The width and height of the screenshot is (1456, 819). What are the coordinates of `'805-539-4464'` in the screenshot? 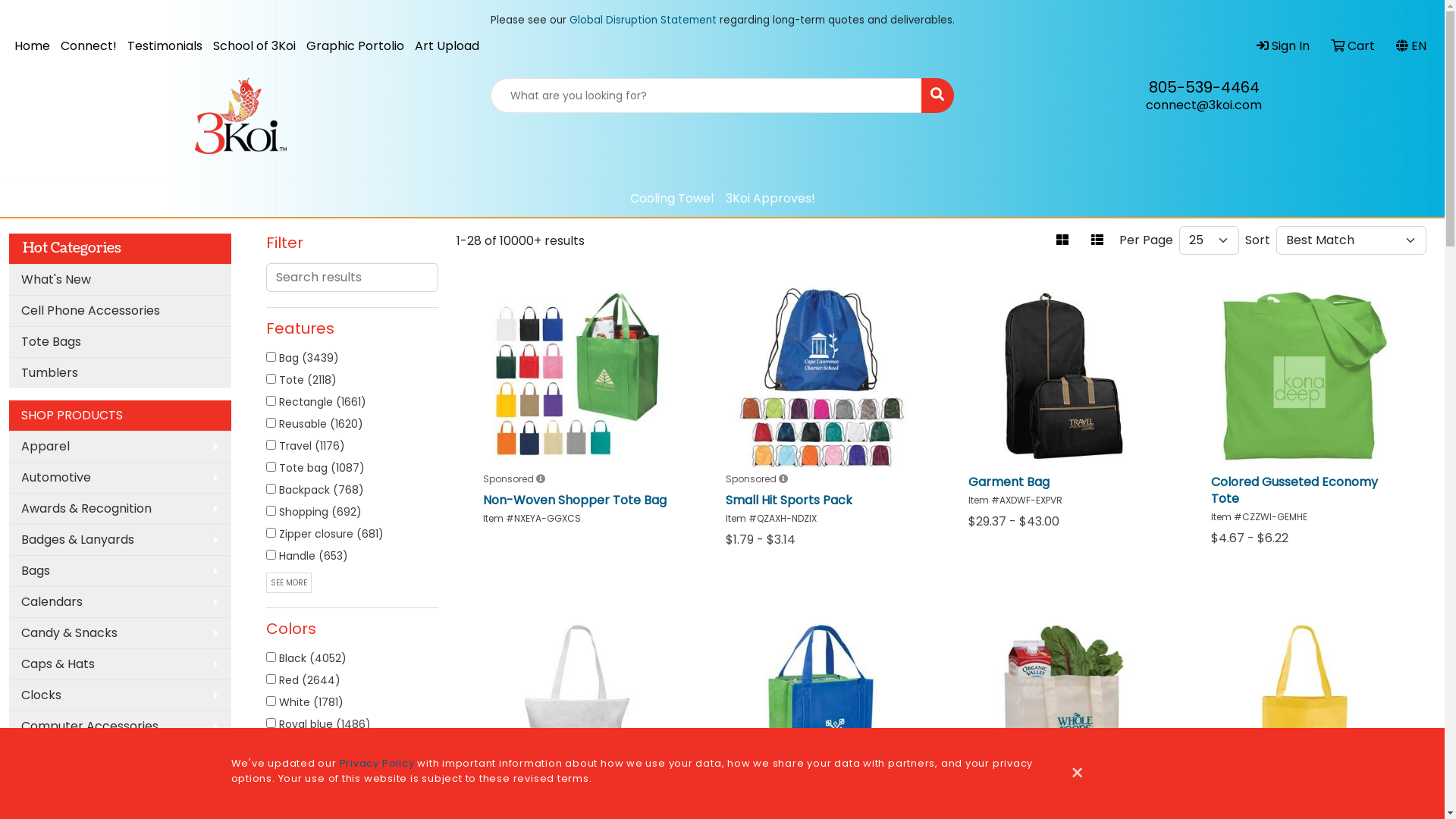 It's located at (1203, 87).